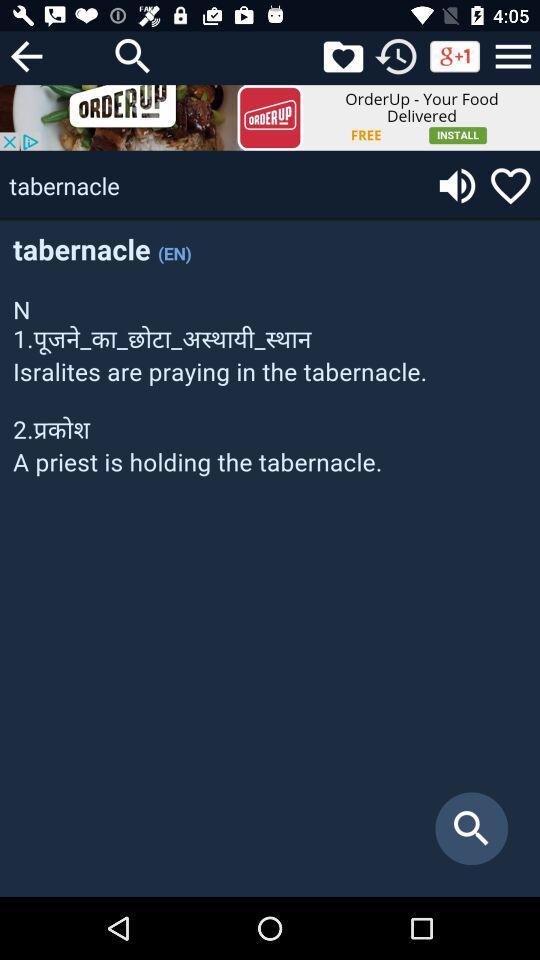 The width and height of the screenshot is (540, 960). What do you see at coordinates (396, 55) in the screenshot?
I see `the history icon` at bounding box center [396, 55].